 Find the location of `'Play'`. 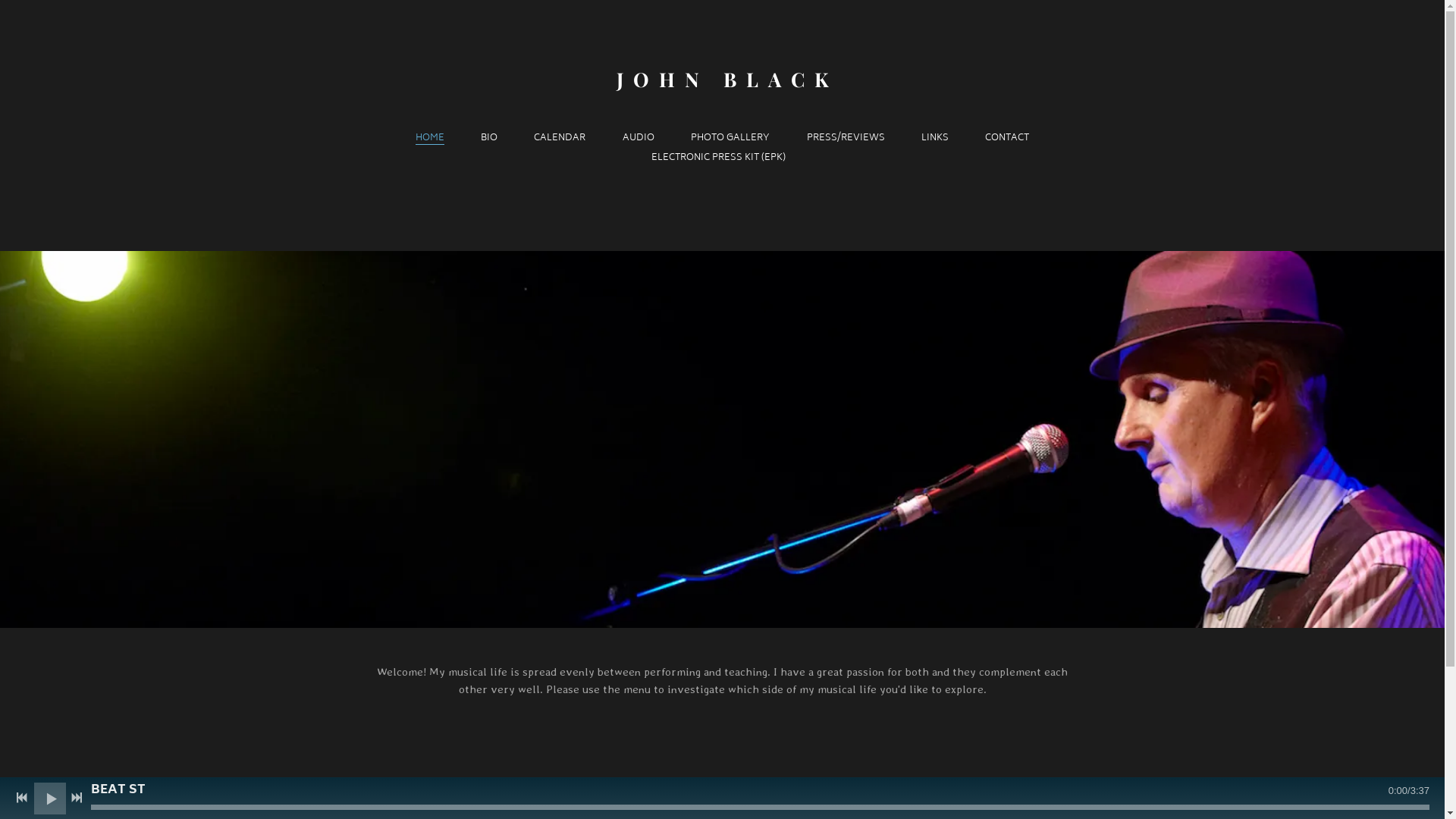

'Play' is located at coordinates (39, 797).